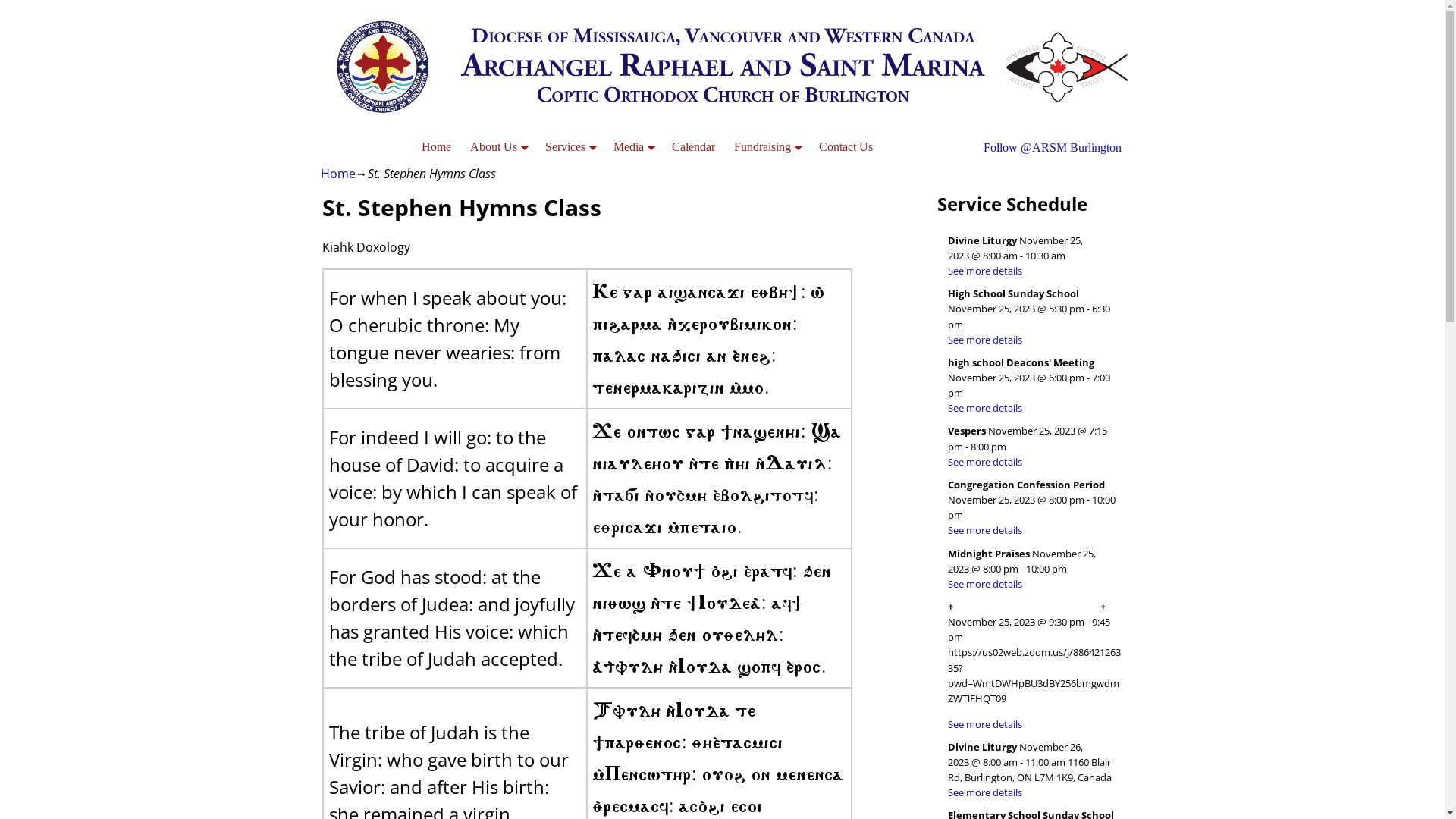 This screenshot has width=1456, height=819. What do you see at coordinates (436, 147) in the screenshot?
I see `'Home'` at bounding box center [436, 147].